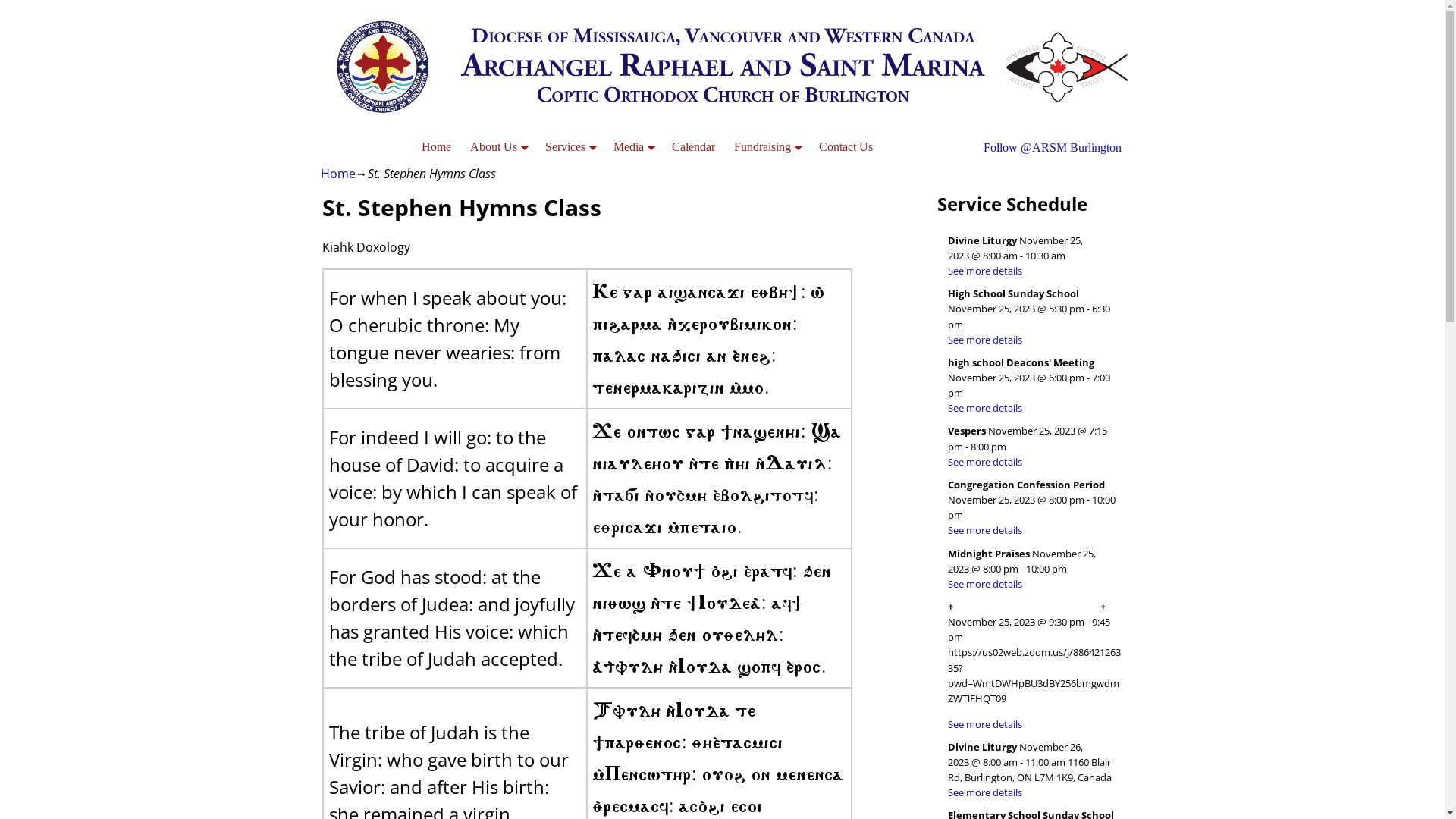 This screenshot has width=1456, height=819. What do you see at coordinates (436, 147) in the screenshot?
I see `'Home'` at bounding box center [436, 147].